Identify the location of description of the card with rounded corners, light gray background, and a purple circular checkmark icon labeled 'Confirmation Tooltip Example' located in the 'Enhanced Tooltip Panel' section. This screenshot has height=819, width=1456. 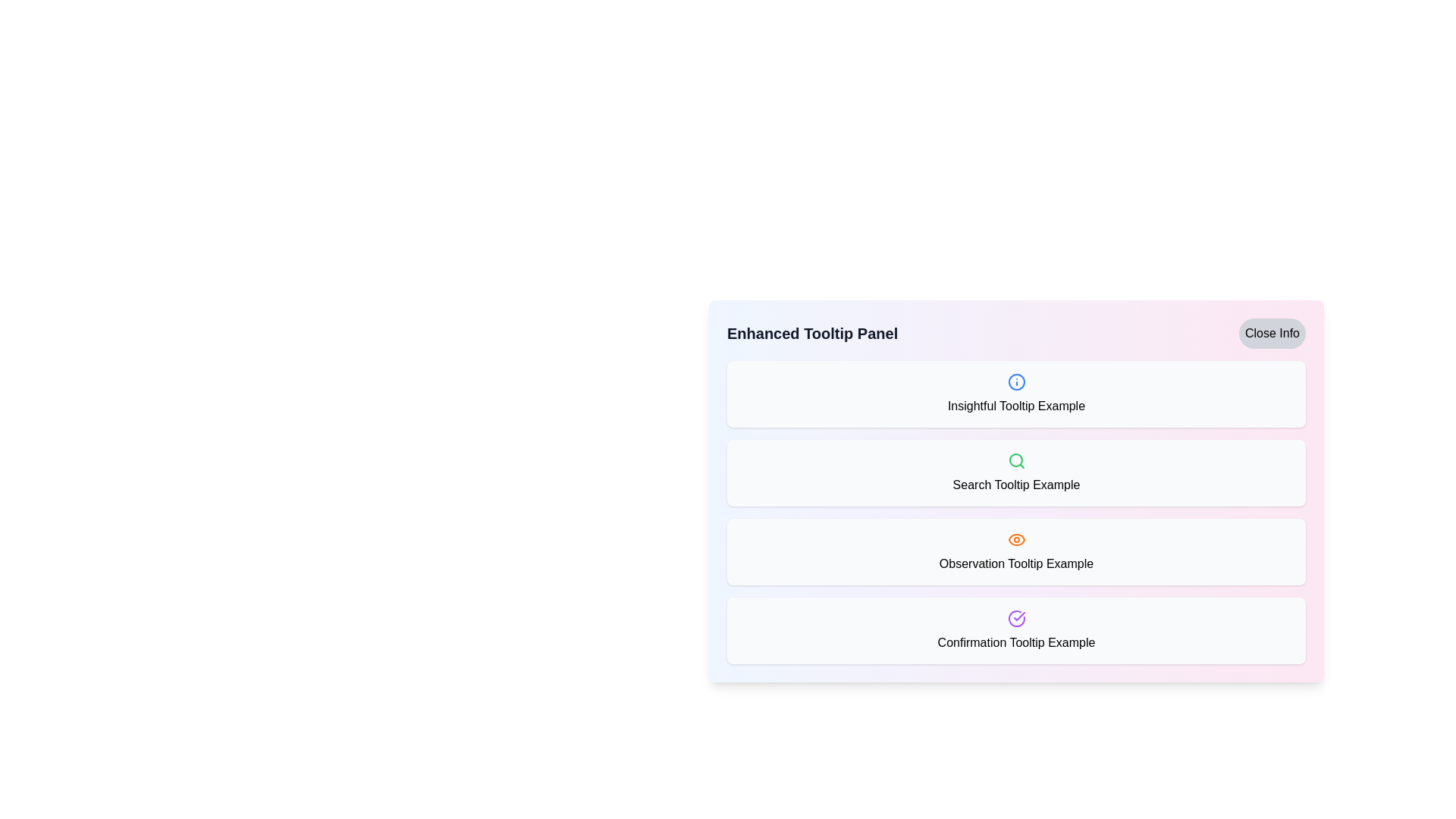
(1016, 631).